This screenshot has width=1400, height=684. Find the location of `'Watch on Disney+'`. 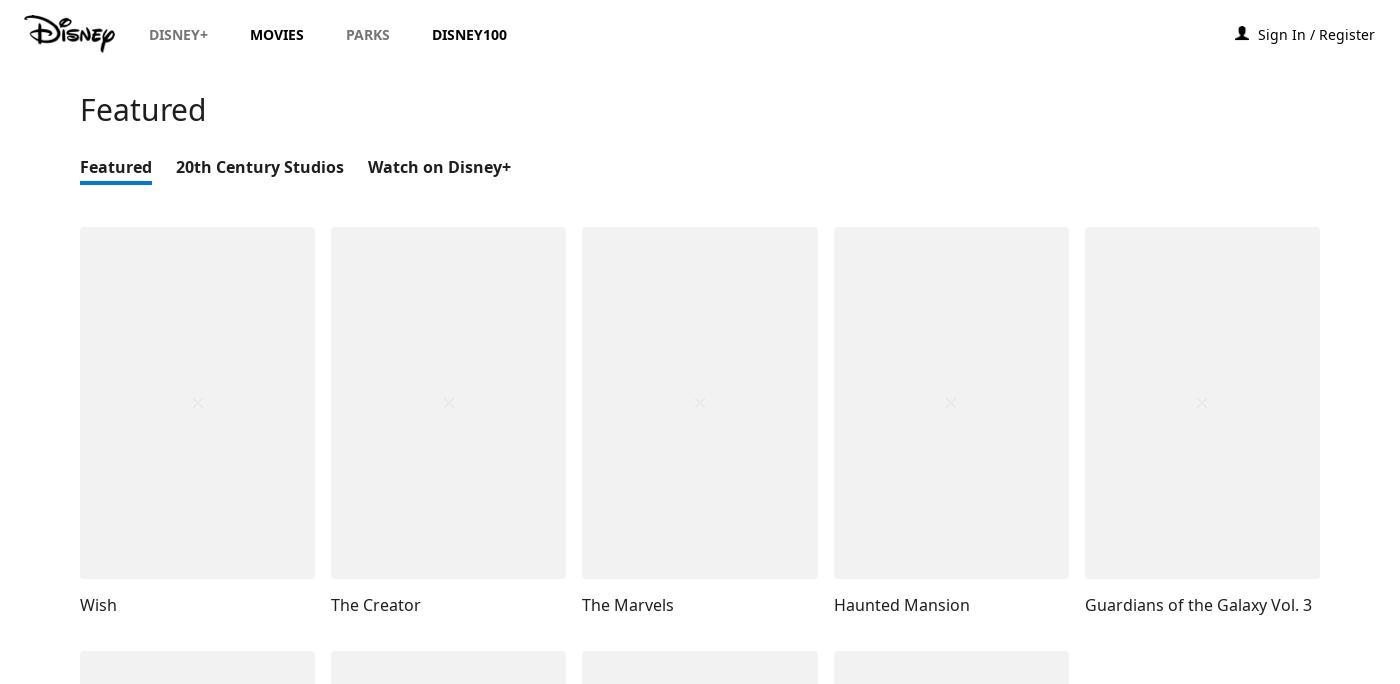

'Watch on Disney+' is located at coordinates (439, 166).